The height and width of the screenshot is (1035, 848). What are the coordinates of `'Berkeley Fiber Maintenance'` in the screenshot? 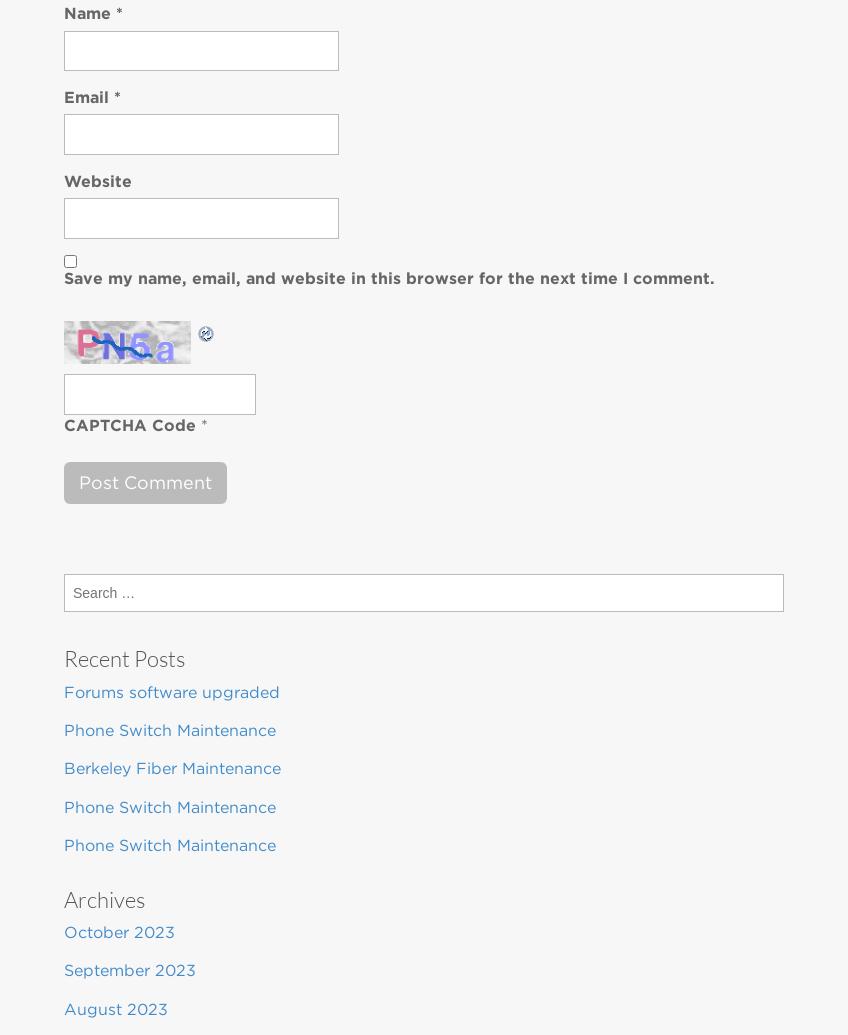 It's located at (172, 767).